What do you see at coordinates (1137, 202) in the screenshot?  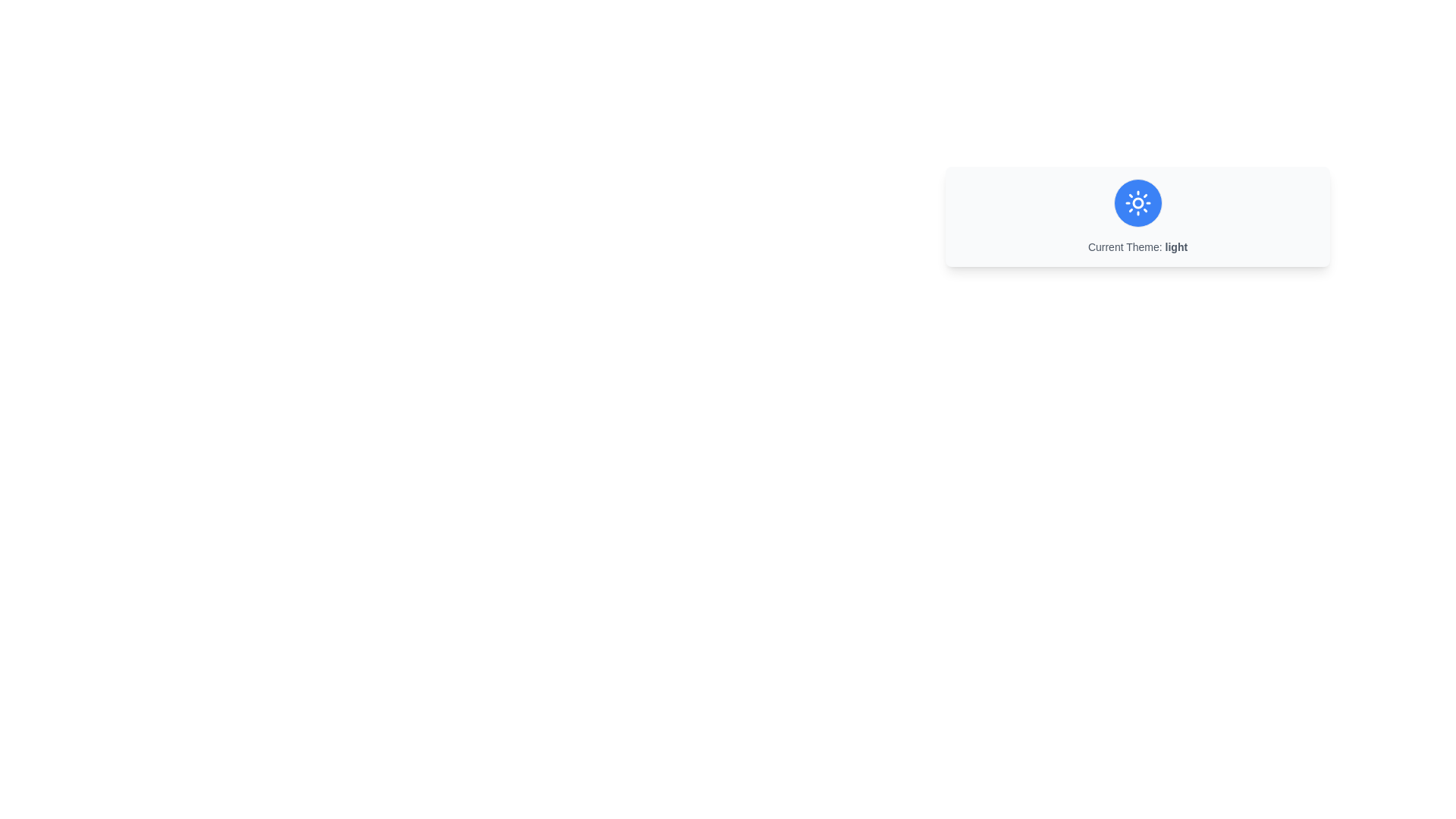 I see `the toggle button to observe any interactive feedback` at bounding box center [1137, 202].